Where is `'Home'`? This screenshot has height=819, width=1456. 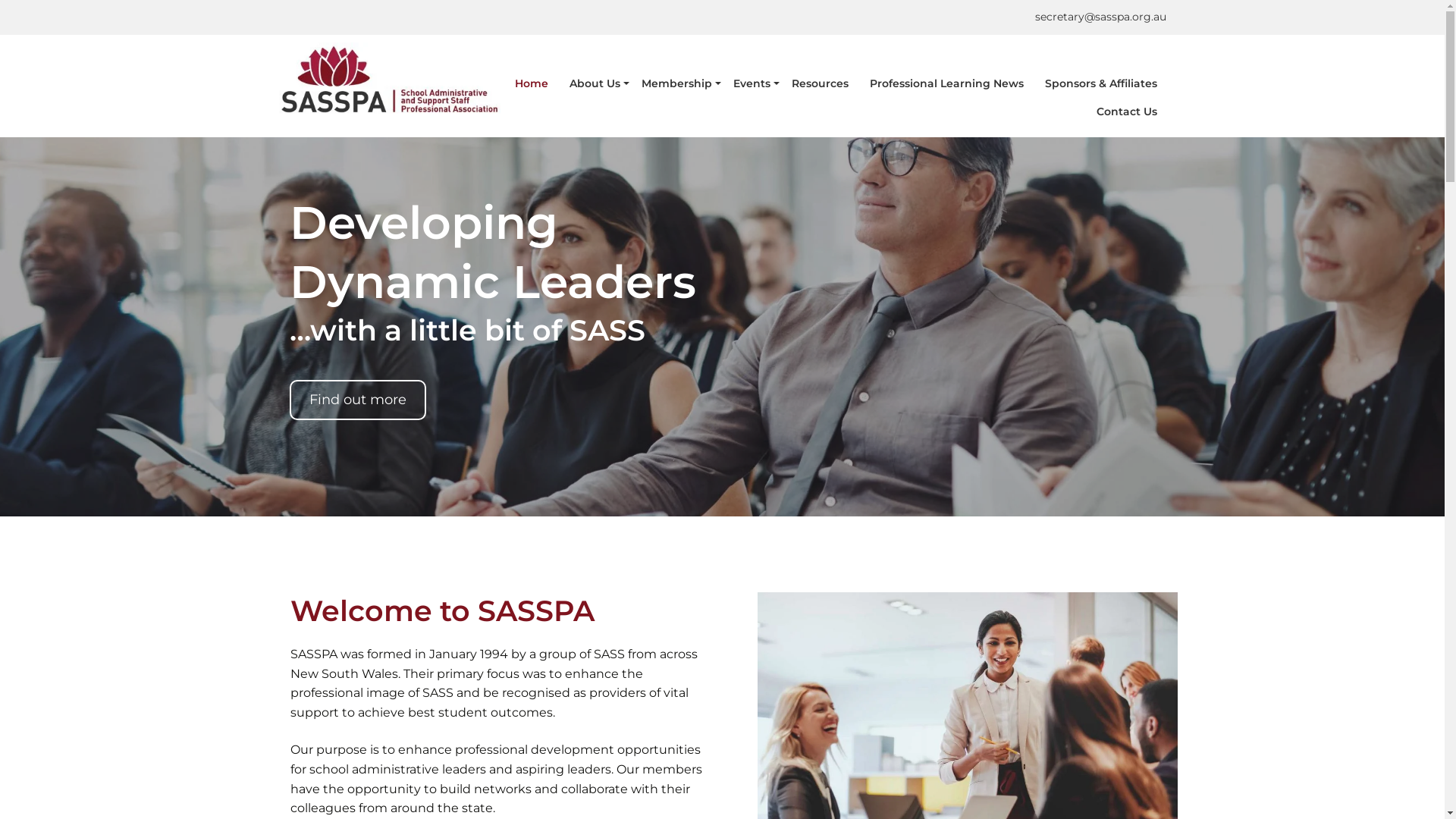 'Home' is located at coordinates (531, 83).